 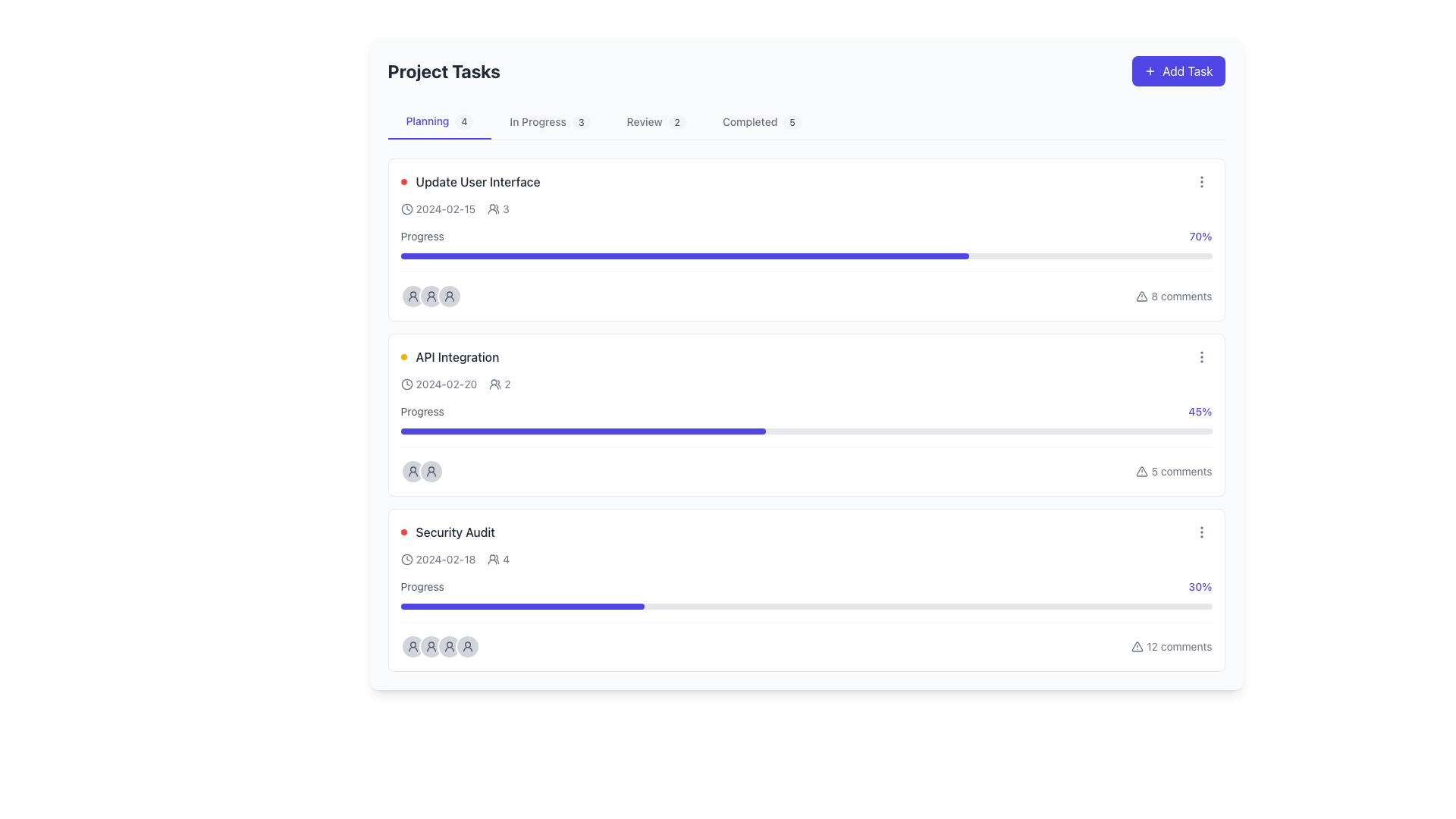 What do you see at coordinates (413, 646) in the screenshot?
I see `the user profile icon, which is a minimalistic circular design located in the rightmost position of the row of user avatars within the 'Security Audit' task card` at bounding box center [413, 646].